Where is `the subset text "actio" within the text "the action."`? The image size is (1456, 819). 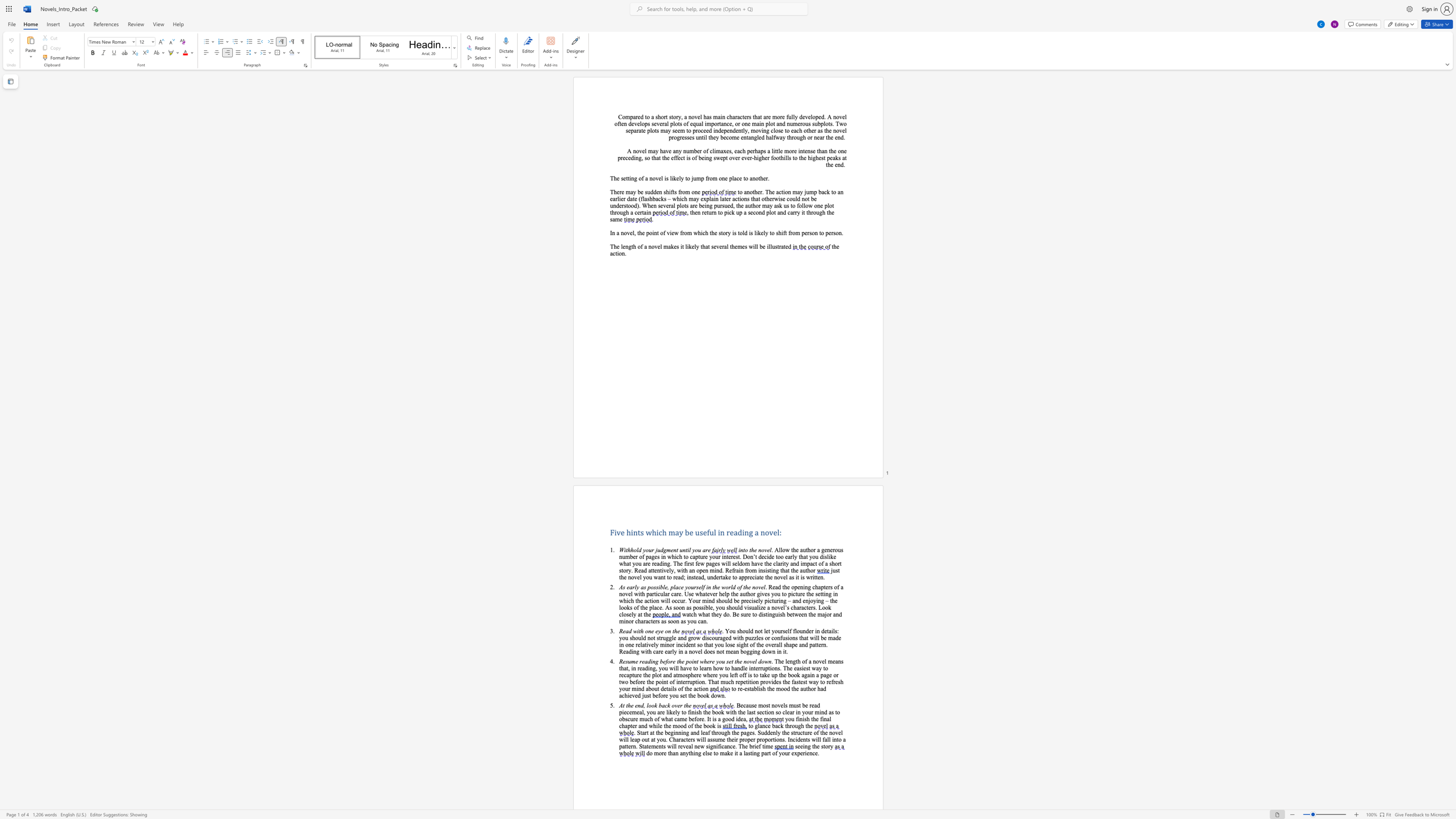 the subset text "actio" within the text "the action." is located at coordinates (610, 253).